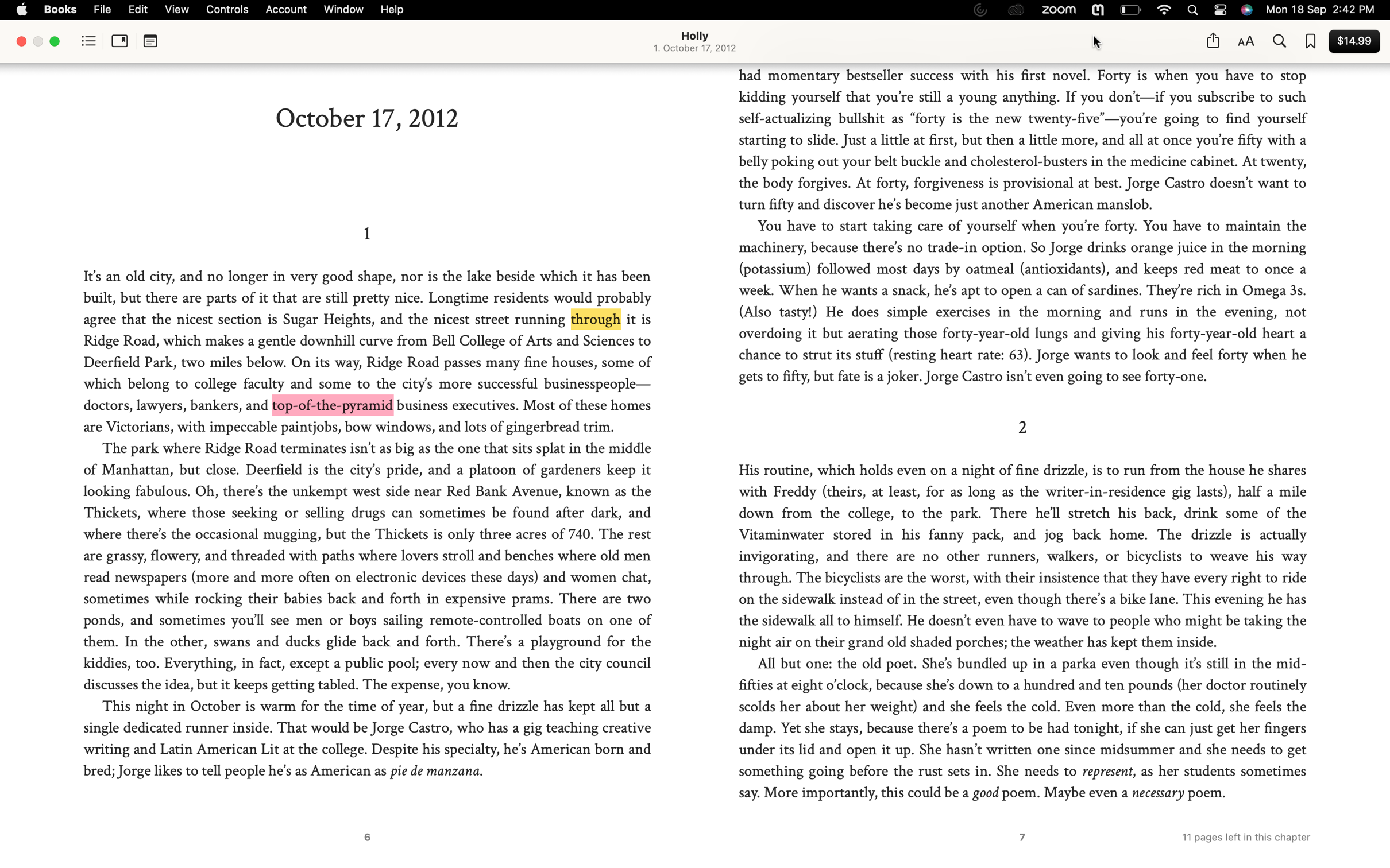 This screenshot has width=1390, height=868. Describe the element at coordinates (1212, 40) in the screenshot. I see `Disseminate the open page on "Facebook" social platform` at that location.